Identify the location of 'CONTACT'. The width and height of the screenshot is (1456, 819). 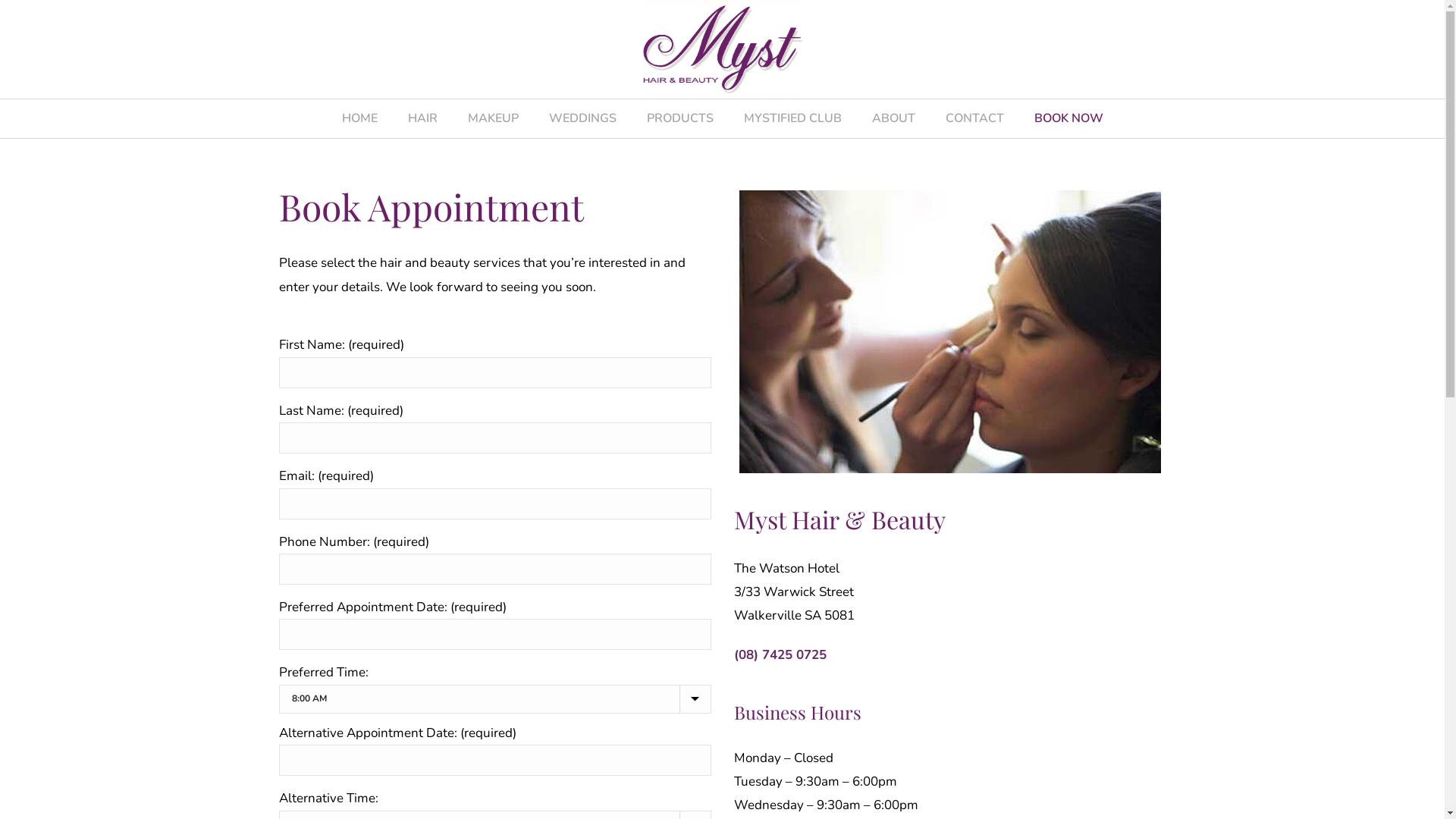
(974, 118).